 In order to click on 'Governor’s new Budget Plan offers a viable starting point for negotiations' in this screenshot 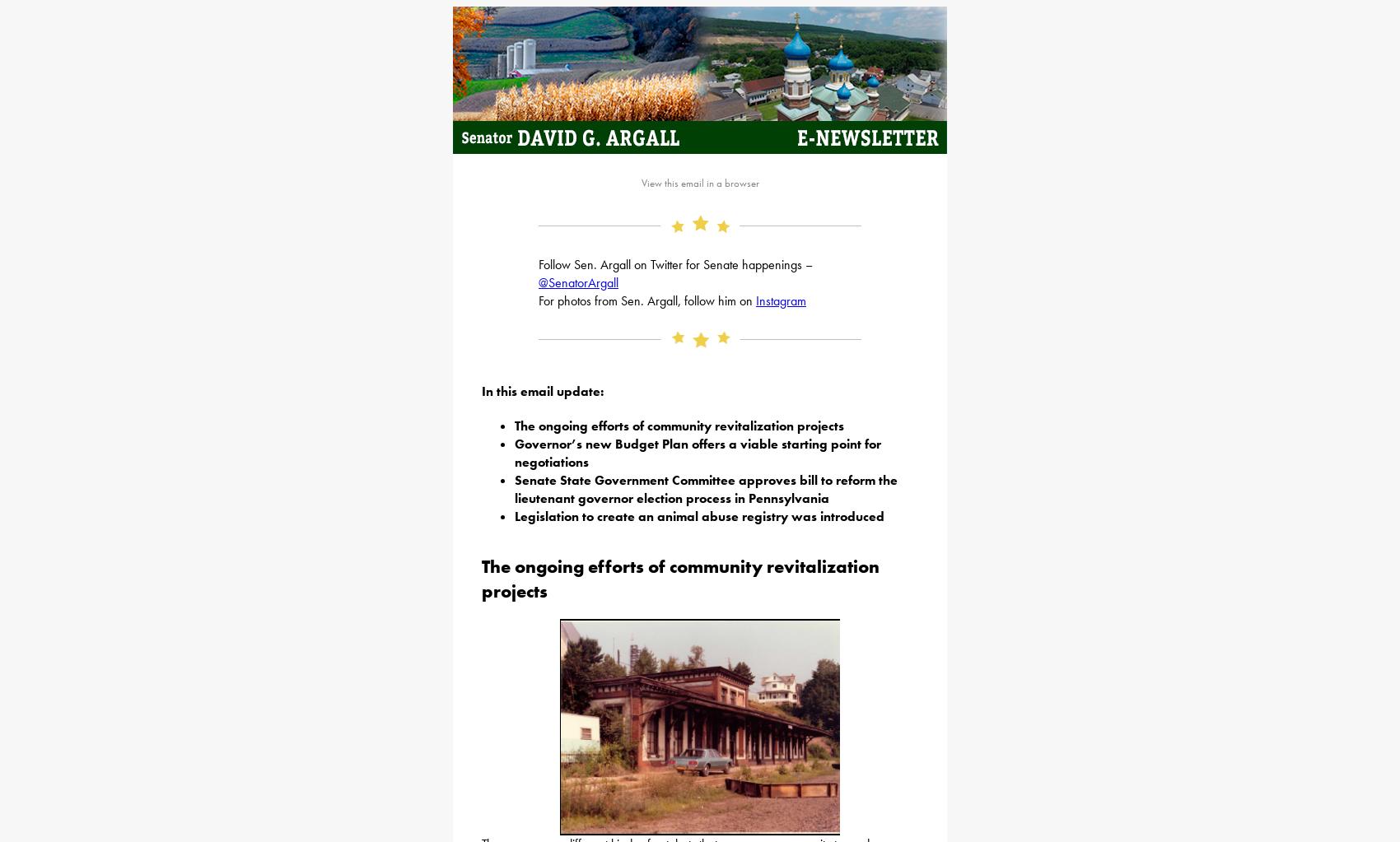, I will do `click(513, 451)`.